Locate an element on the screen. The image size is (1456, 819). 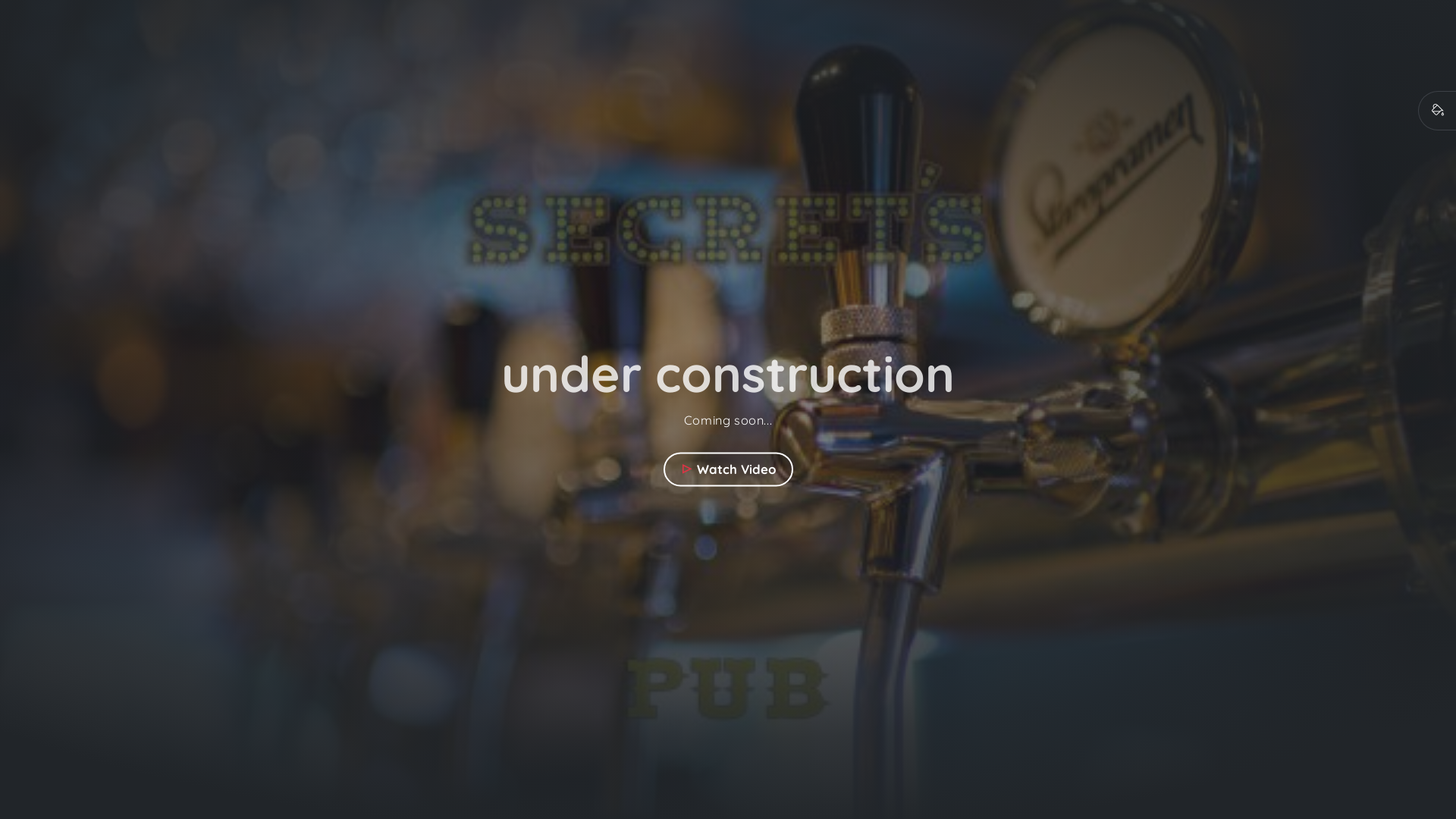
'Watch Video' is located at coordinates (662, 468).